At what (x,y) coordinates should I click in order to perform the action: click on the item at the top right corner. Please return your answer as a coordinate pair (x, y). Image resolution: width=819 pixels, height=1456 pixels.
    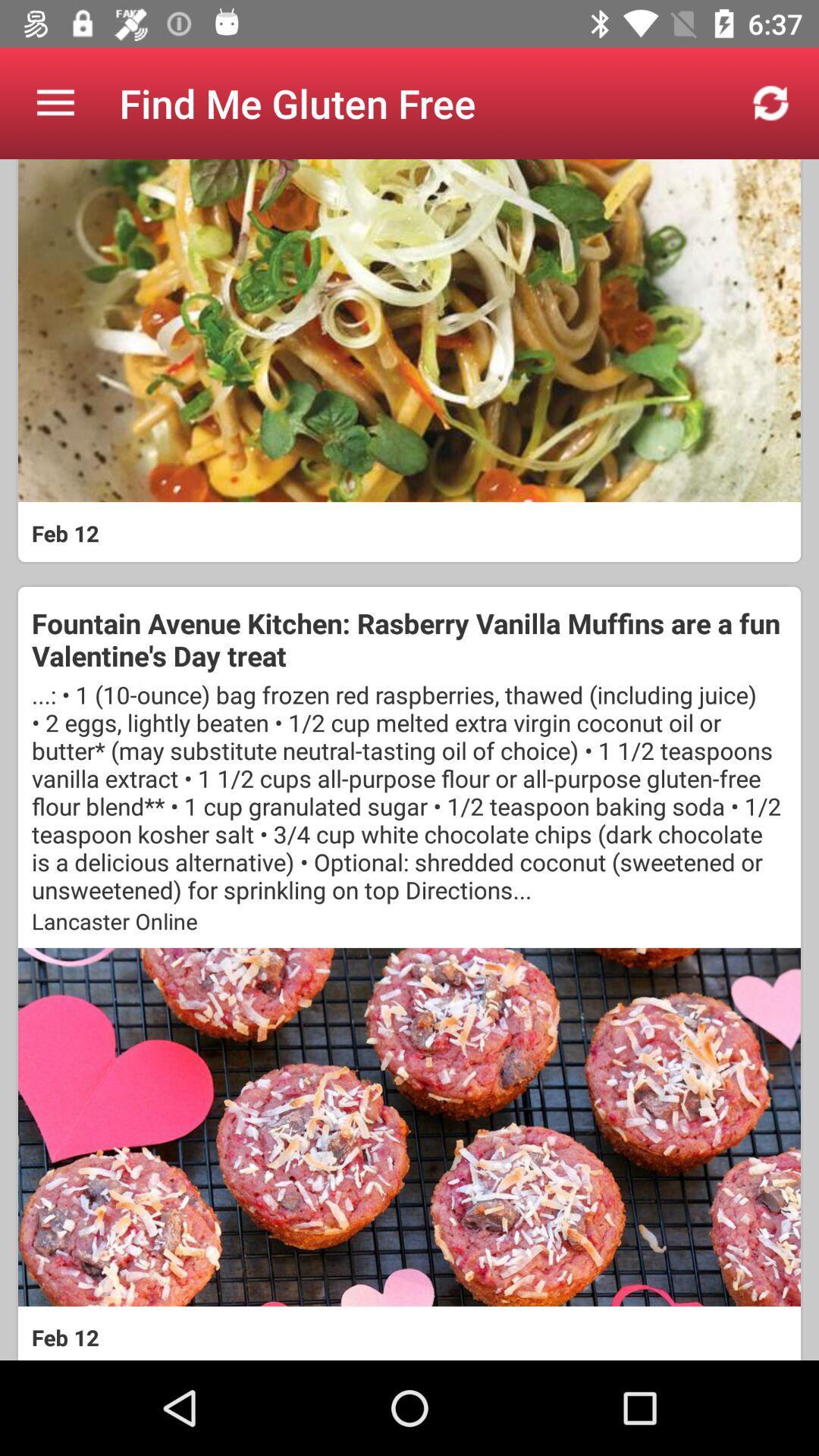
    Looking at the image, I should click on (771, 102).